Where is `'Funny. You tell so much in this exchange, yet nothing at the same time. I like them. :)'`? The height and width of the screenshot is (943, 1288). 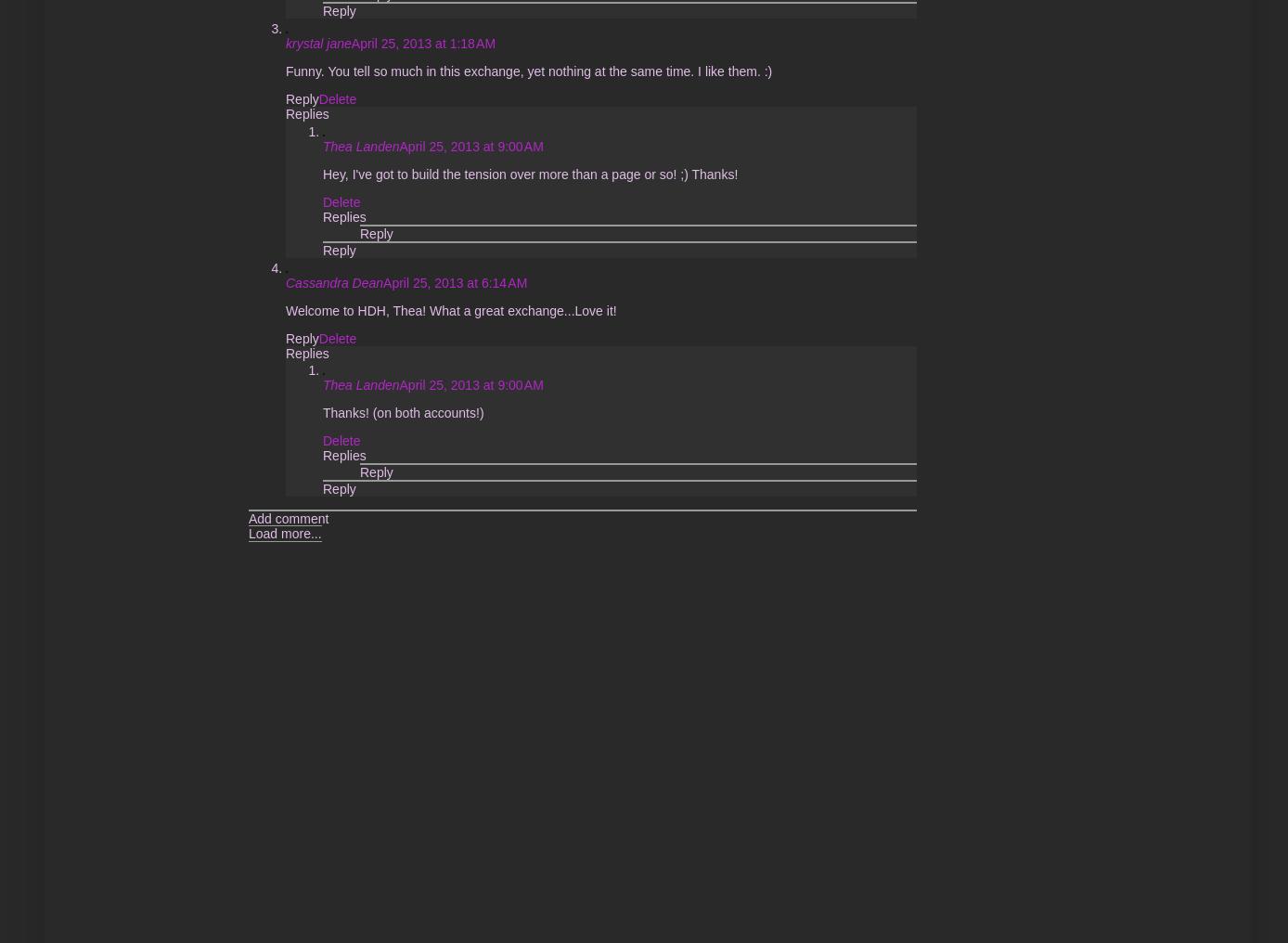
'Funny. You tell so much in this exchange, yet nothing at the same time. I like them. :)' is located at coordinates (284, 70).